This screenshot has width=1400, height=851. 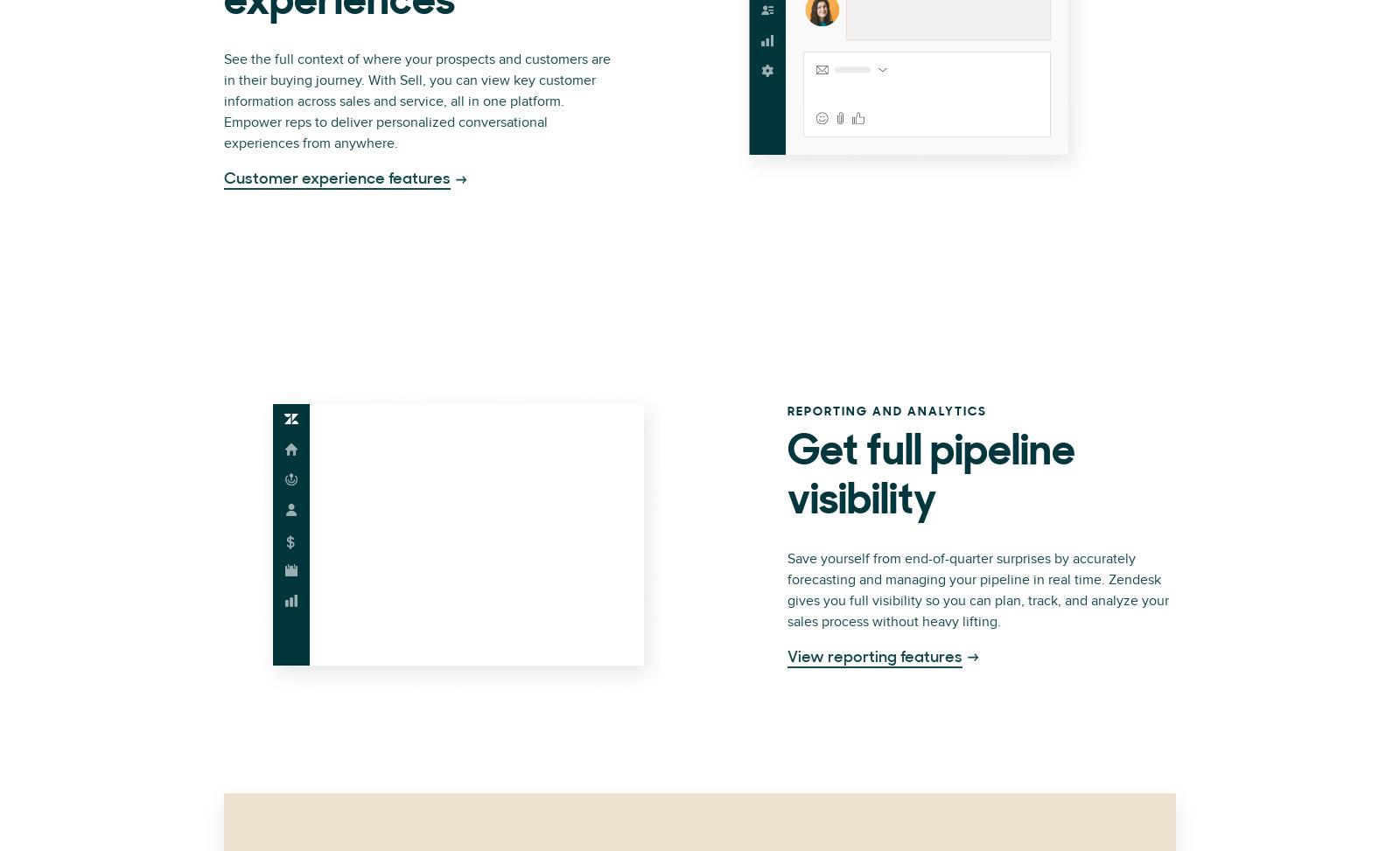 What do you see at coordinates (887, 267) in the screenshot?
I see `'Sitemap'` at bounding box center [887, 267].